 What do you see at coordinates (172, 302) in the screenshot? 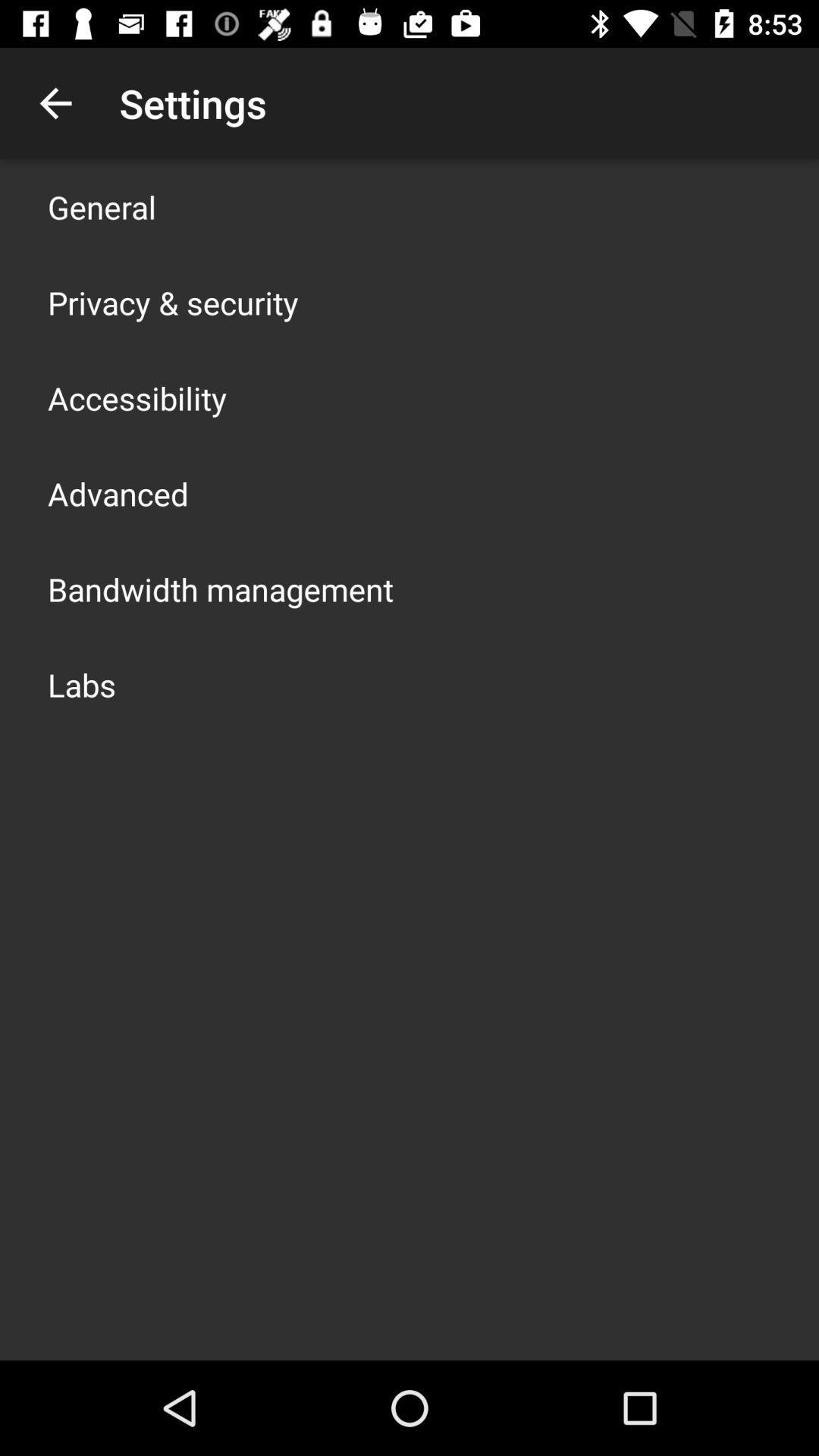
I see `the privacy & security item` at bounding box center [172, 302].